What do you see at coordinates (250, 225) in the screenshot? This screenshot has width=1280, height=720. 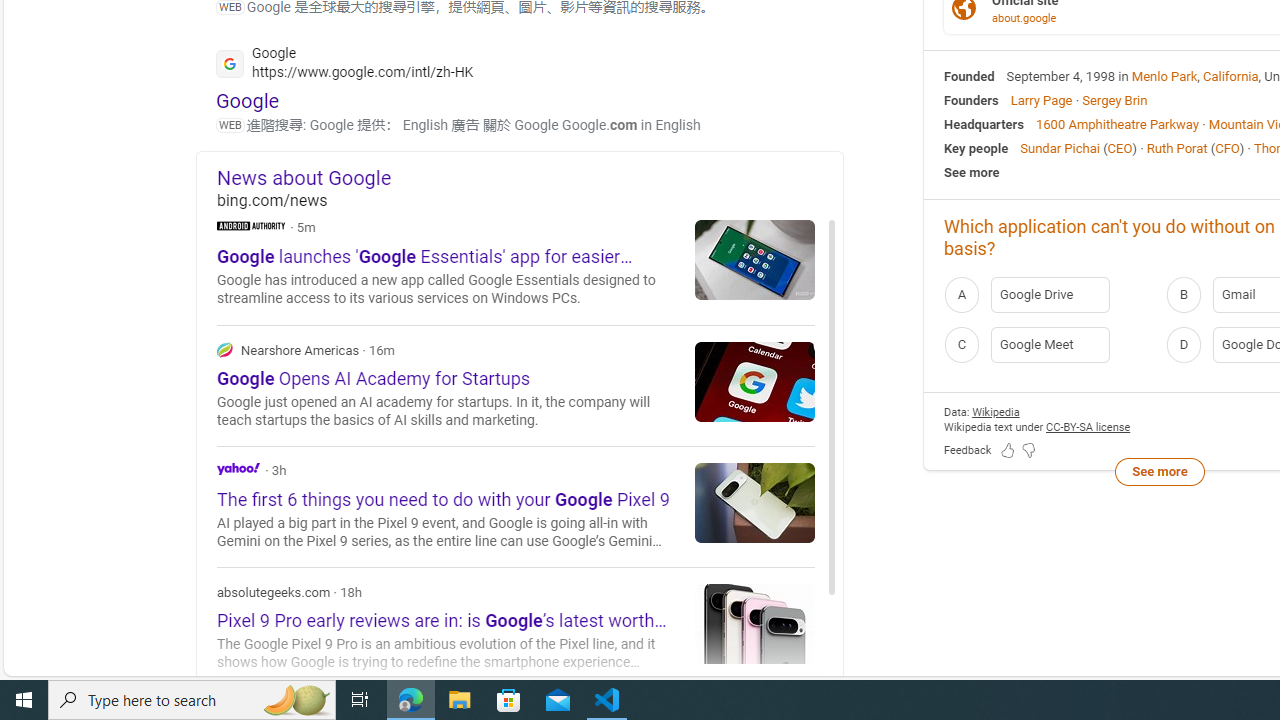 I see `'Android Authority'` at bounding box center [250, 225].